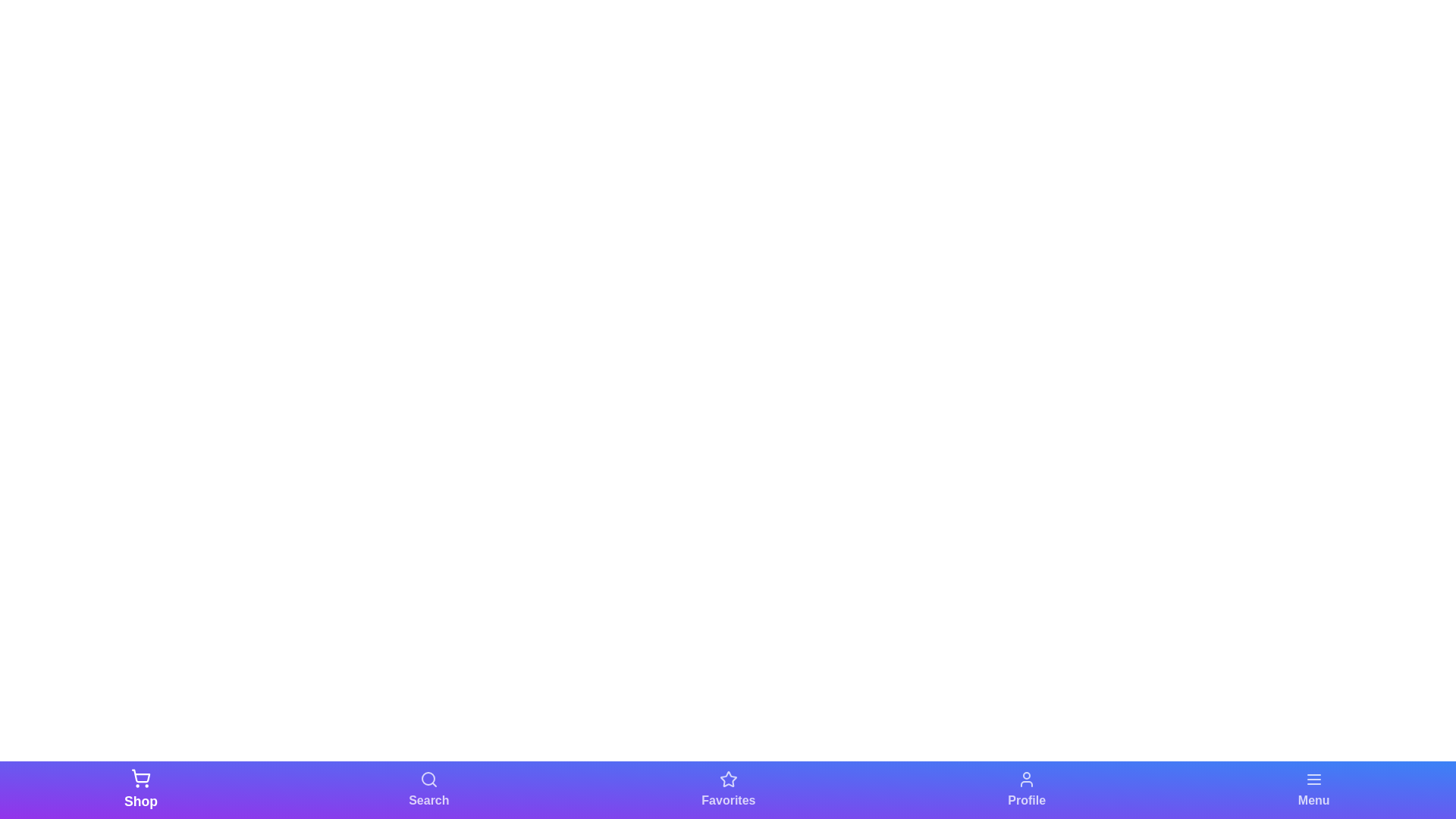  Describe the element at coordinates (141, 789) in the screenshot. I see `the navigation bar element labeled Shop` at that location.